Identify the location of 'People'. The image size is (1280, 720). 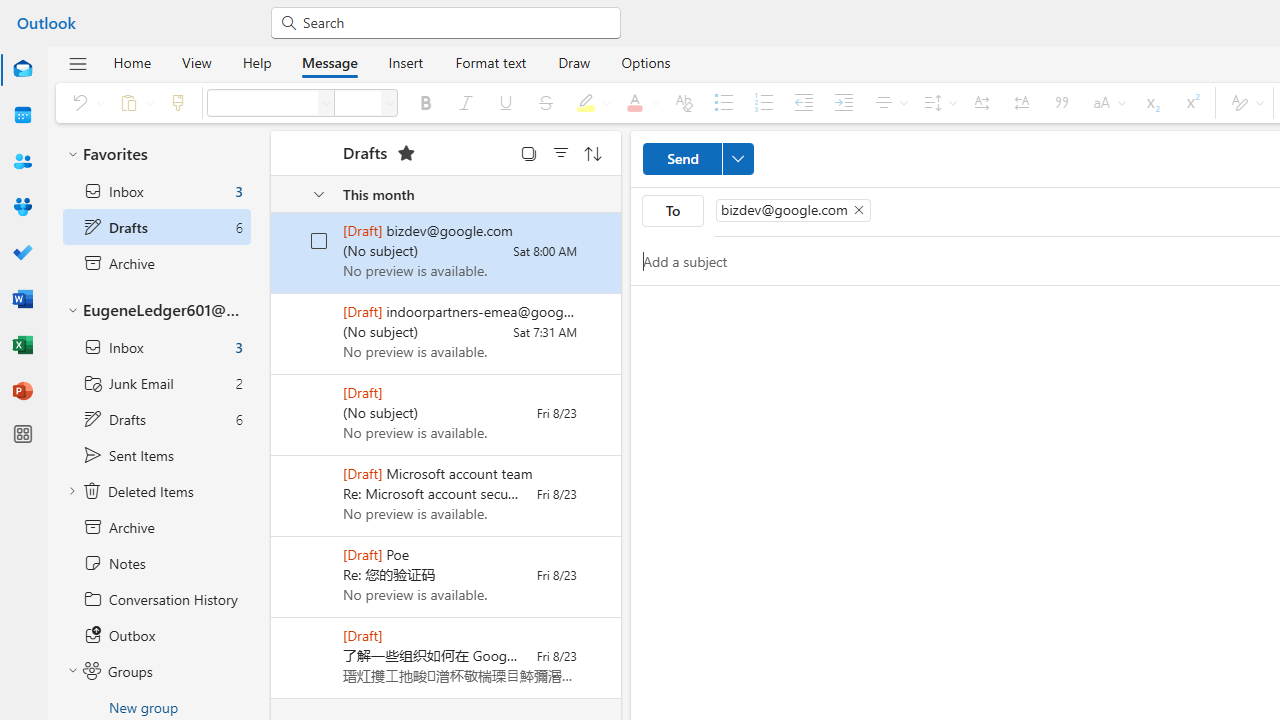
(23, 161).